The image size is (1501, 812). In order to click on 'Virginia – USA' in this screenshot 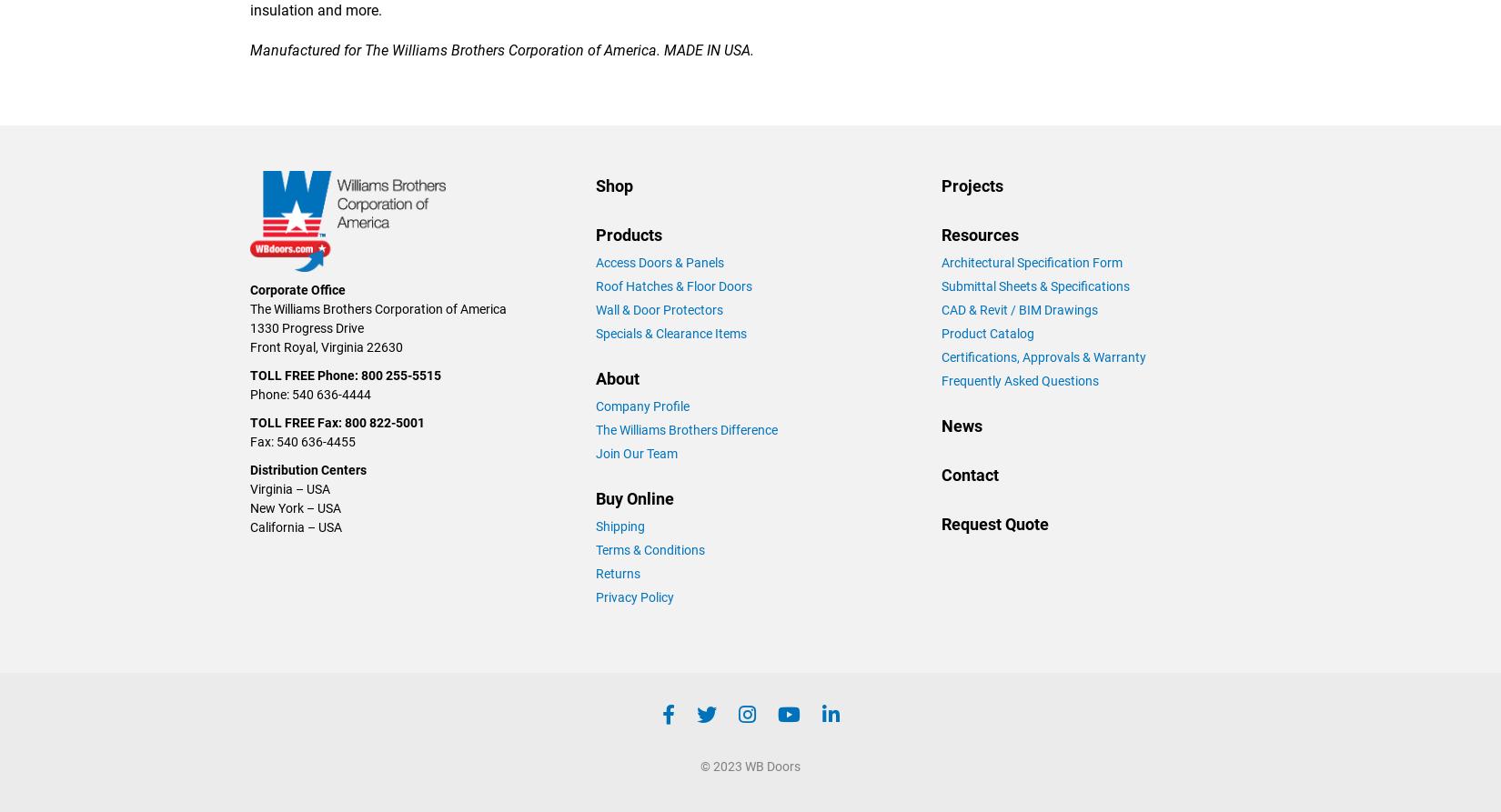, I will do `click(289, 486)`.